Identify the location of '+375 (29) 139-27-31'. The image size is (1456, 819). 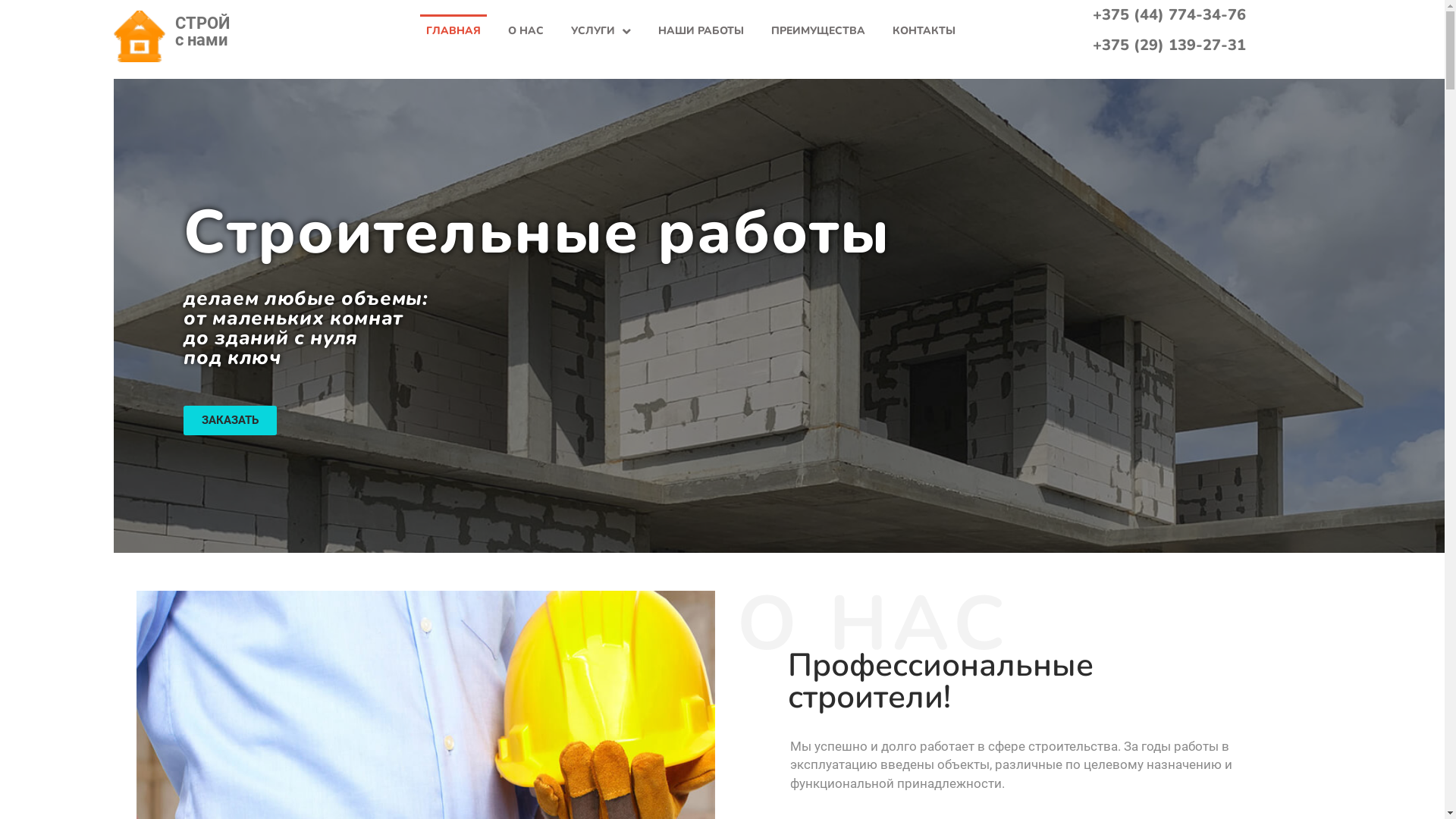
(1168, 44).